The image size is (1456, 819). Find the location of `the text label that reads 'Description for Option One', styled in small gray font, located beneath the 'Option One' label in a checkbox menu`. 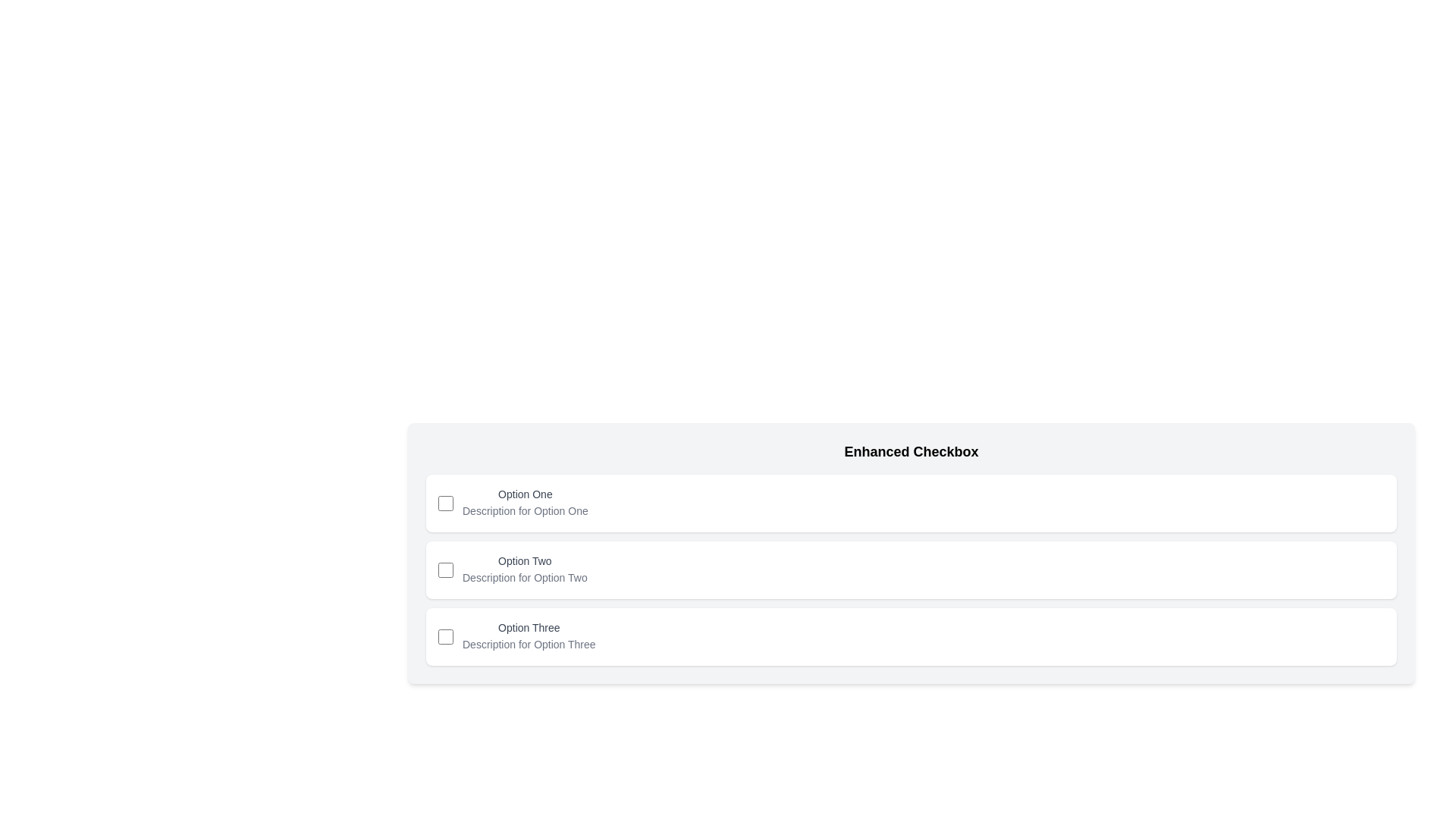

the text label that reads 'Description for Option One', styled in small gray font, located beneath the 'Option One' label in a checkbox menu is located at coordinates (525, 511).